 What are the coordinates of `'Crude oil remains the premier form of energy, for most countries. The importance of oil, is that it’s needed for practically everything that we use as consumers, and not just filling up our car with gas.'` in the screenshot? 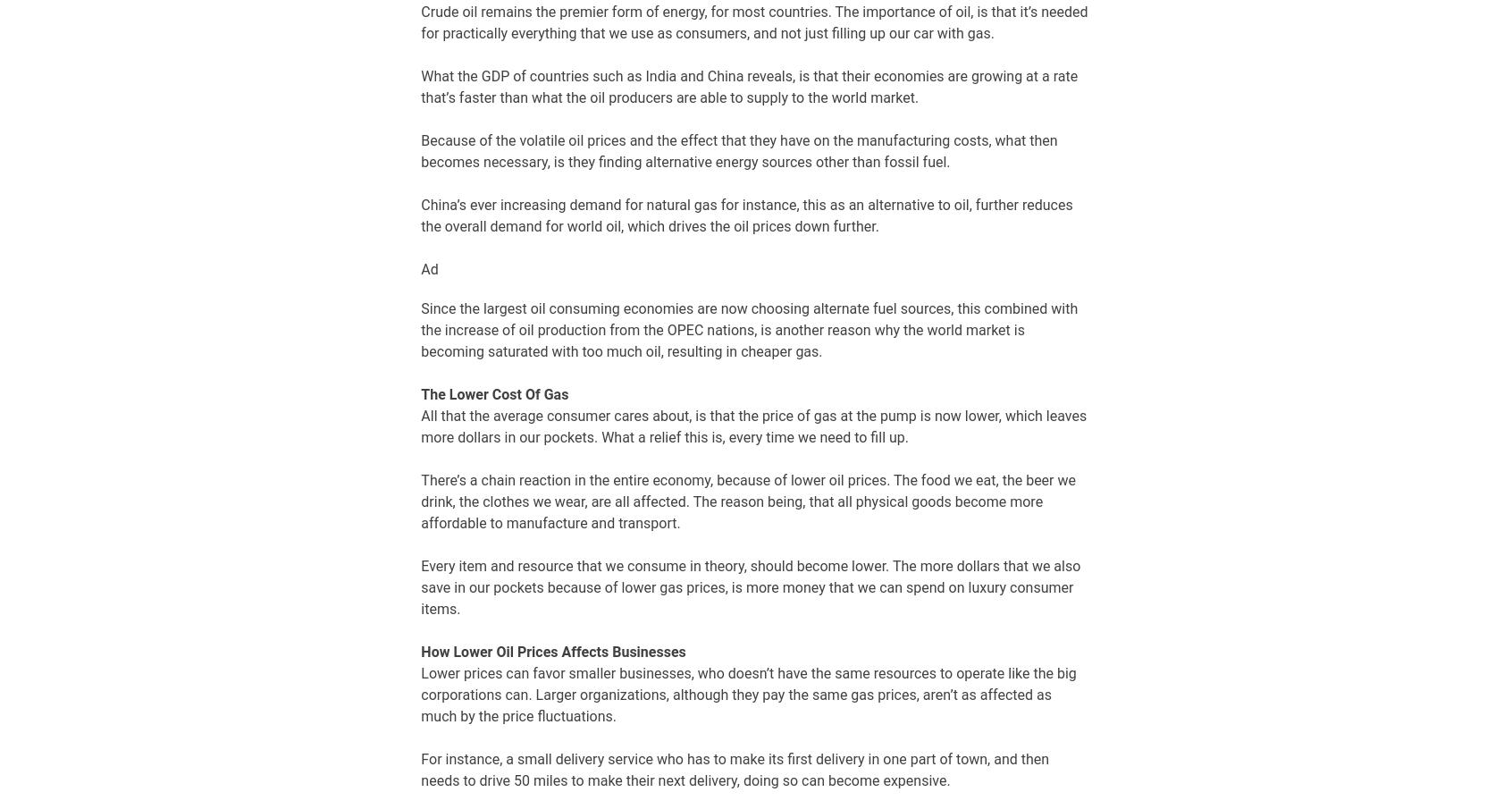 It's located at (753, 21).